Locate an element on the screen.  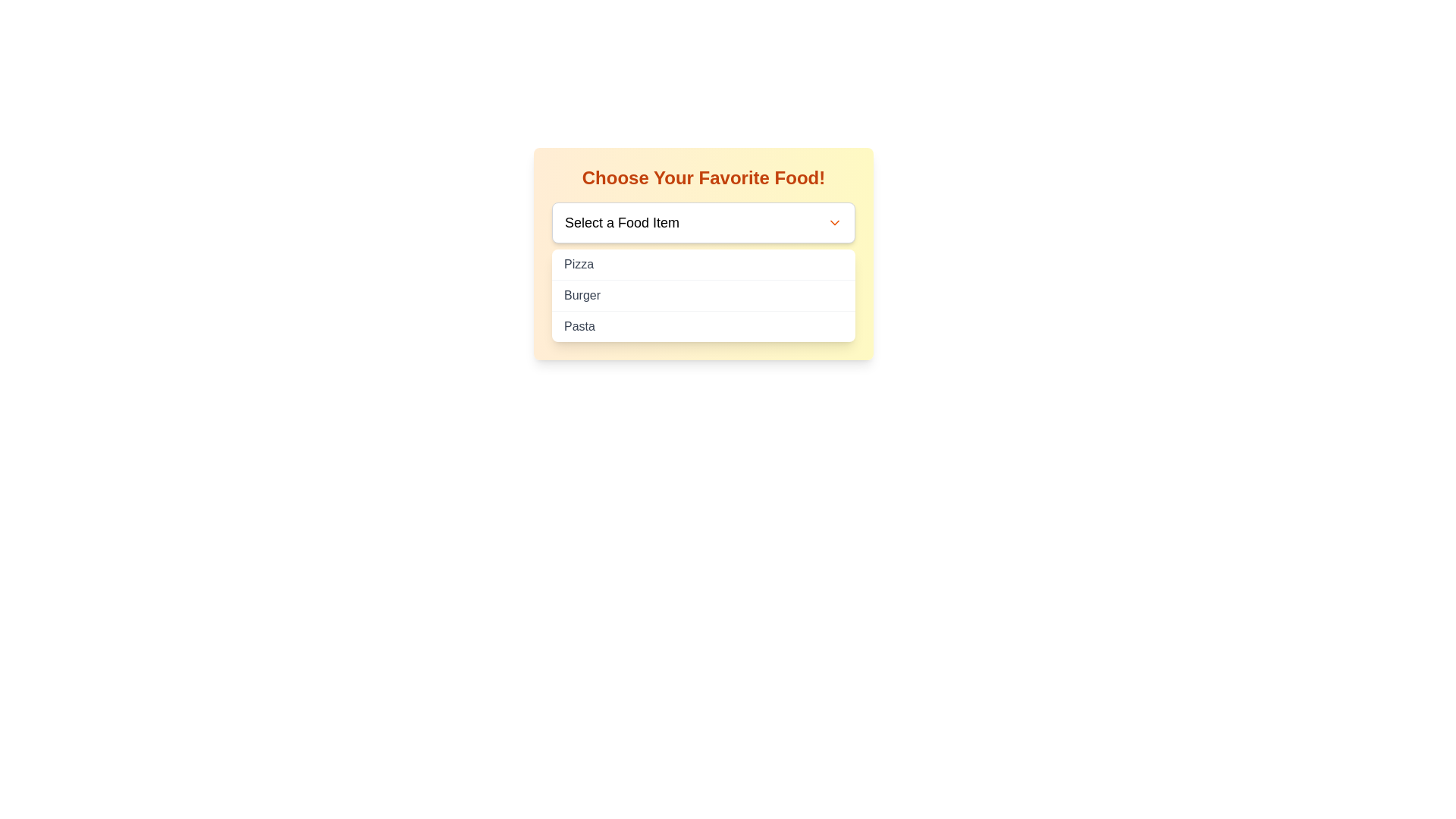
the 'Pizza' option in the dropdown menu, which is the first selectable label below the 'Select a Food Item' input field is located at coordinates (578, 263).